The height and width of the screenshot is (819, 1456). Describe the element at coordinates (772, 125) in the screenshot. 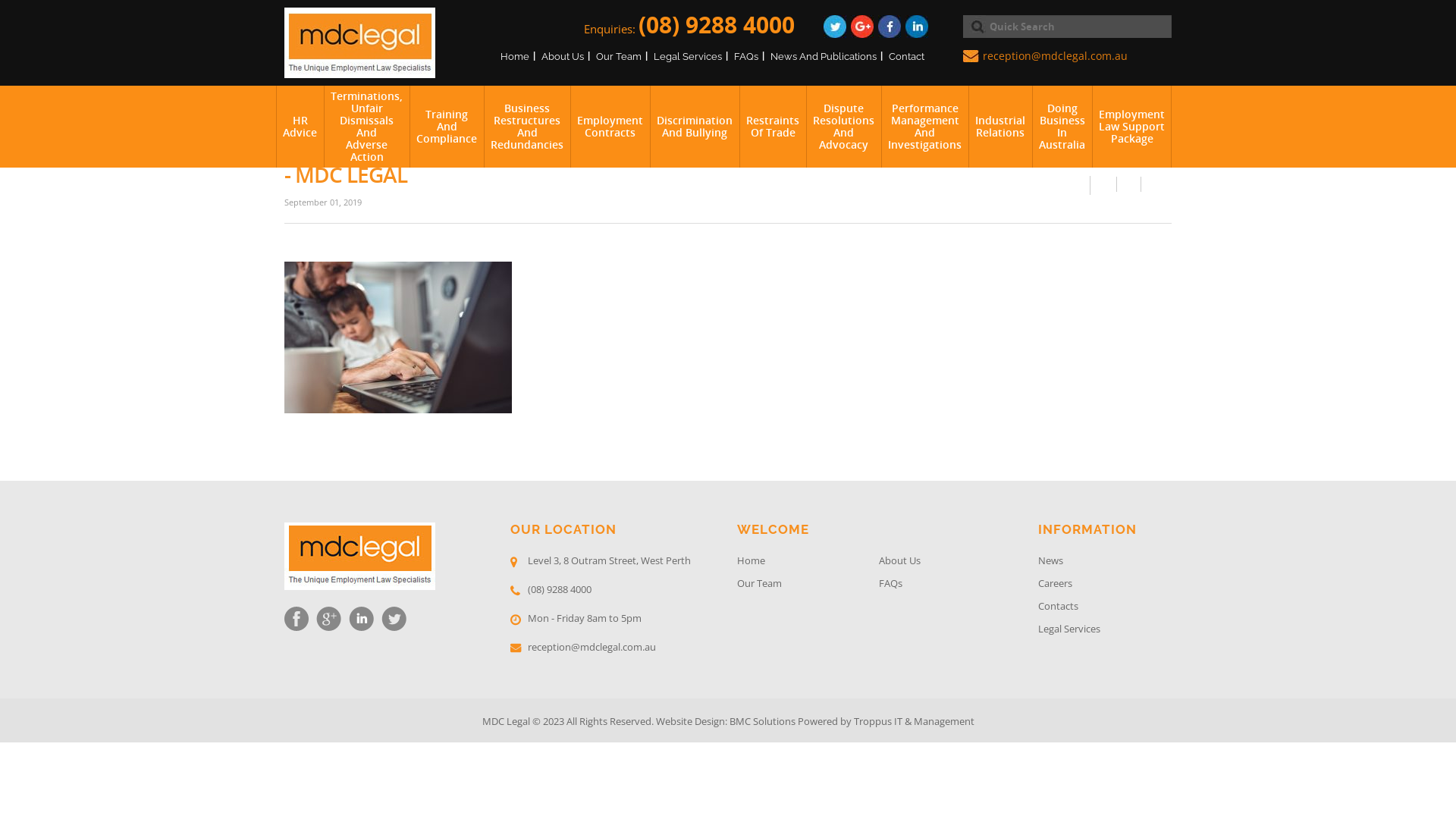

I see `'Restraints` at that location.